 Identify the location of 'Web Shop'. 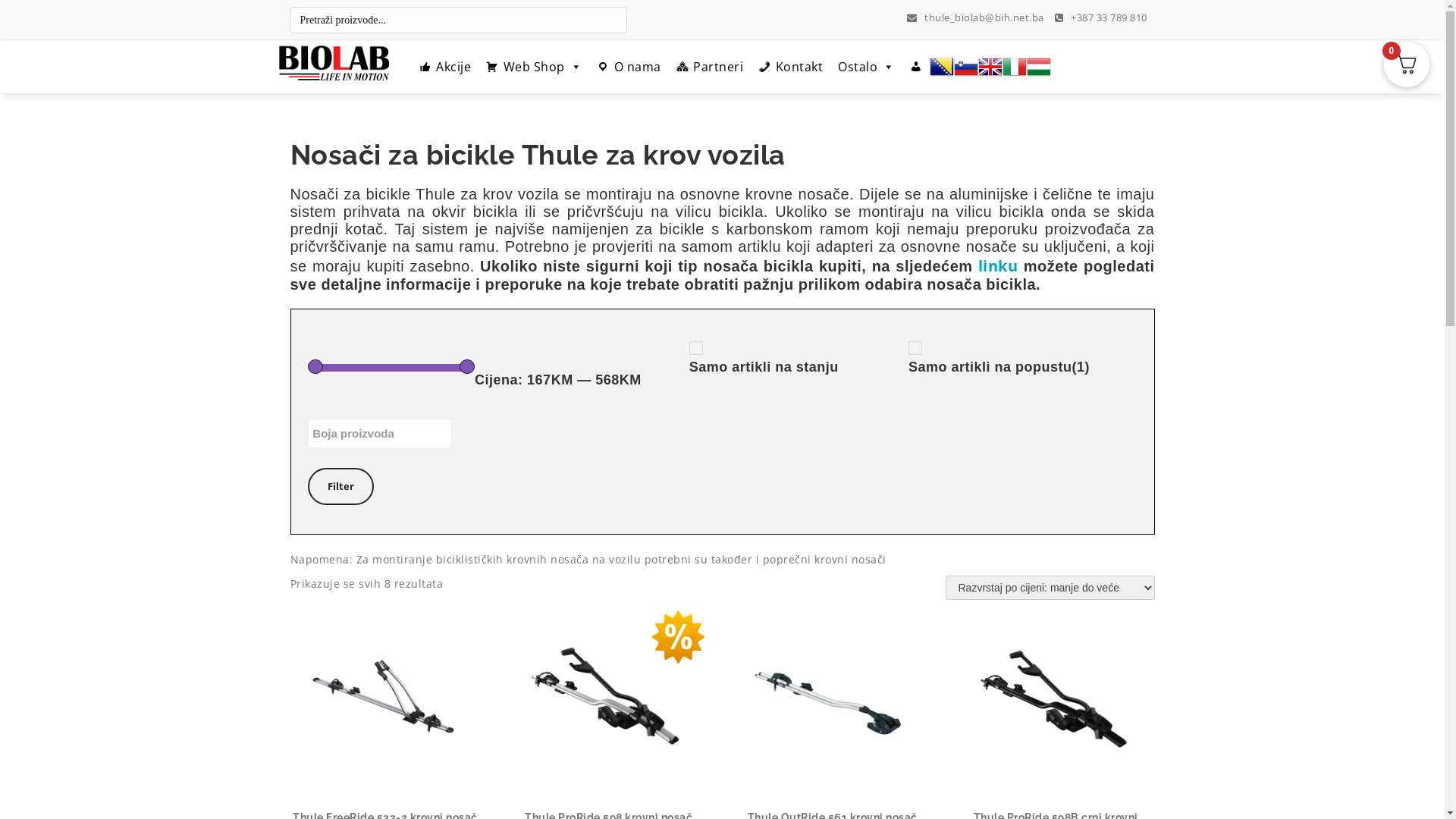
(534, 66).